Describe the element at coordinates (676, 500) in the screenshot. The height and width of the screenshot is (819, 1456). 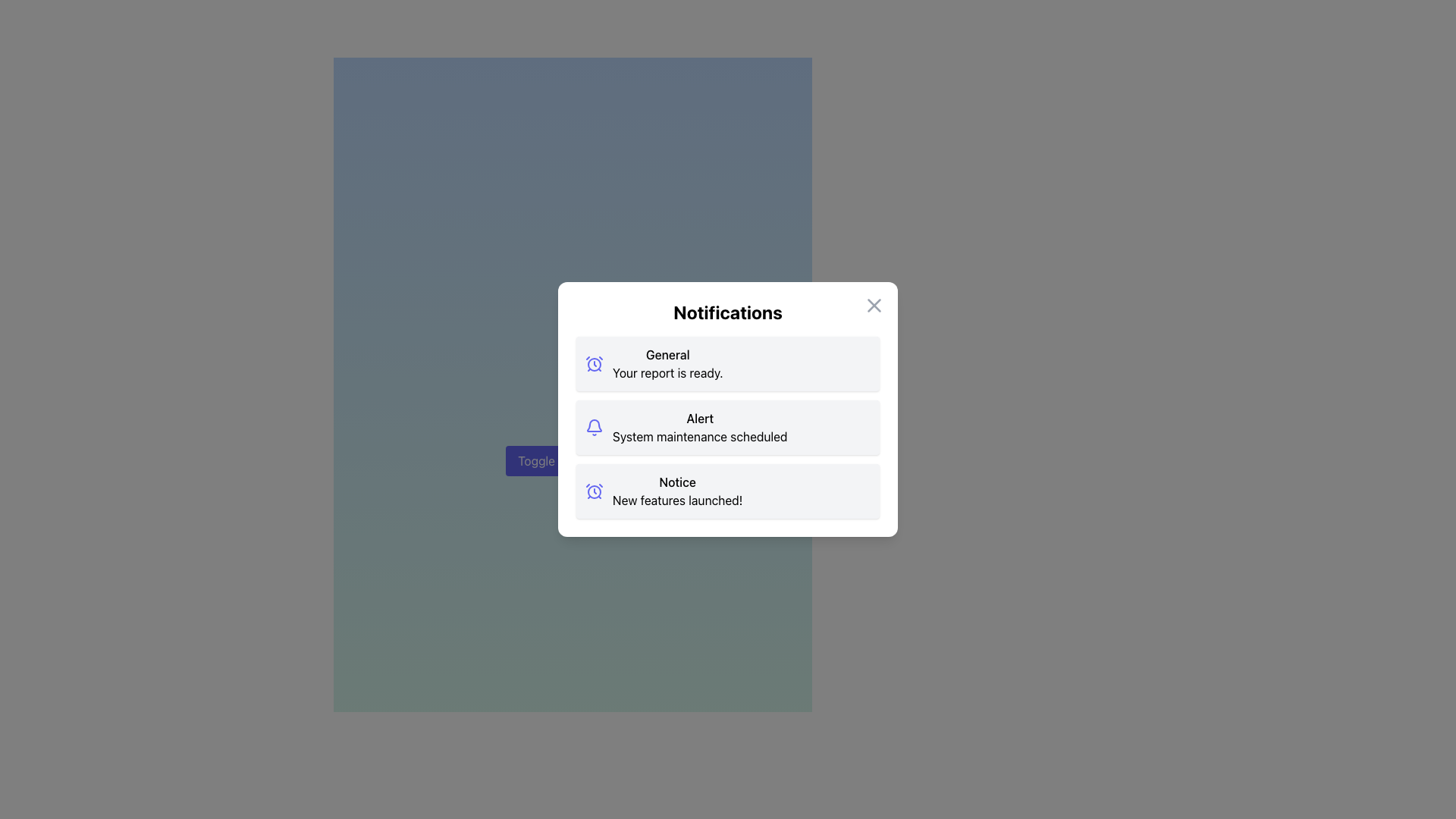
I see `notification message displaying 'New features launched!' located below the title 'Notice' in the modal` at that location.